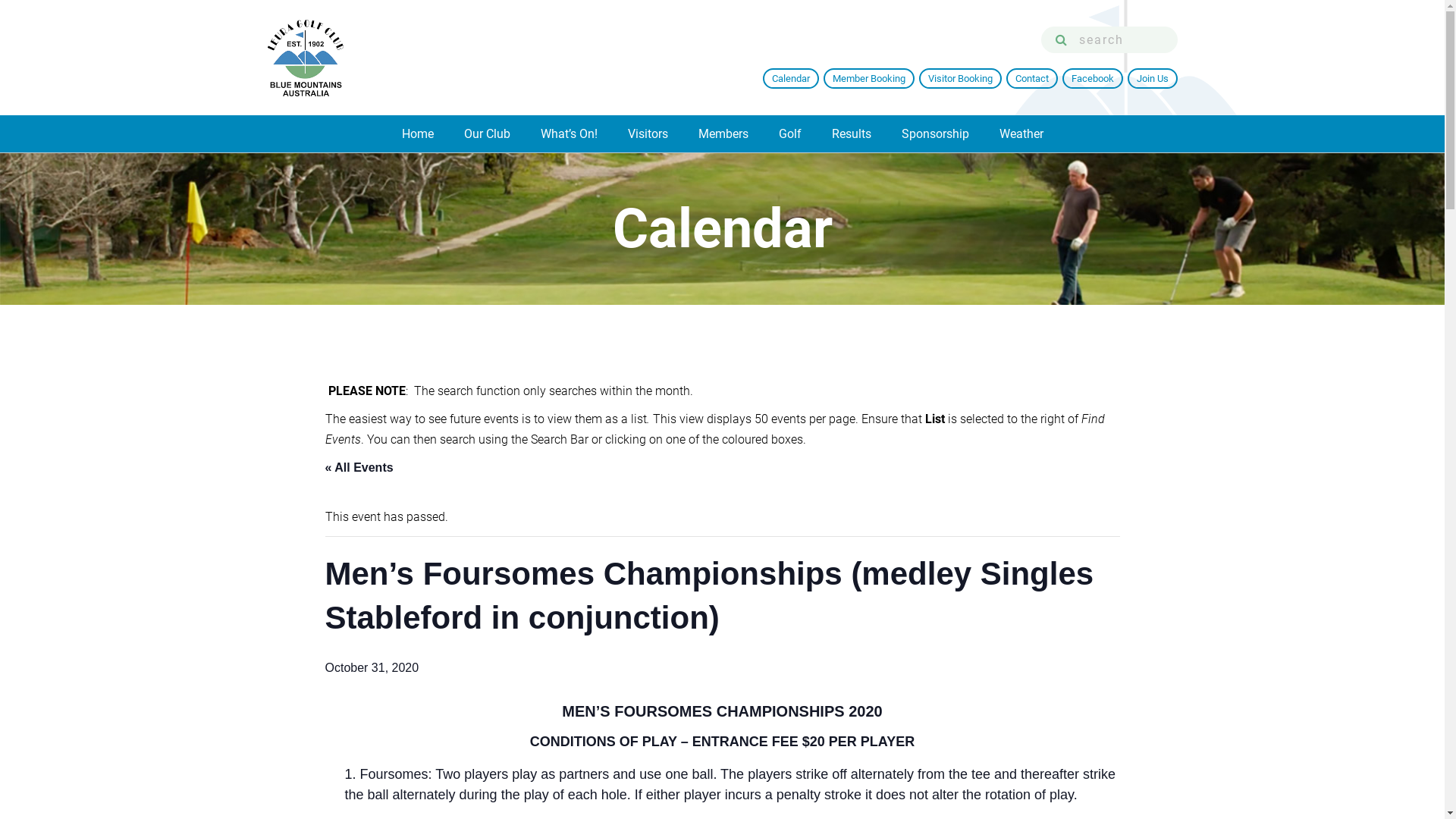 Image resolution: width=1456 pixels, height=819 pixels. Describe the element at coordinates (447, 133) in the screenshot. I see `'Our Club'` at that location.